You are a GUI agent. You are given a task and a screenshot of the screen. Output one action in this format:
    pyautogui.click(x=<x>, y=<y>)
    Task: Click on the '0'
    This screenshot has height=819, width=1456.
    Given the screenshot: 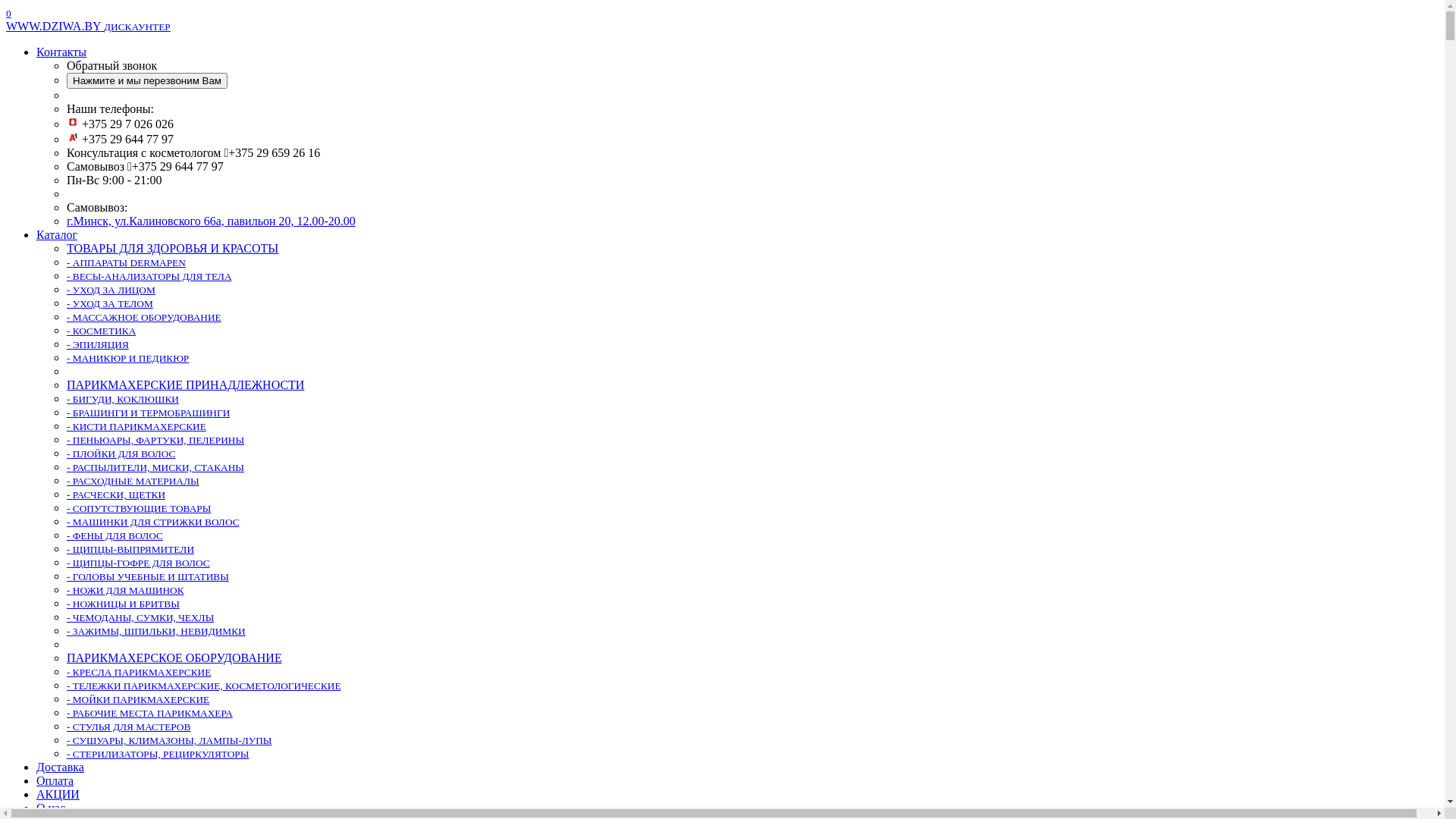 What is the action you would take?
    pyautogui.click(x=8, y=12)
    